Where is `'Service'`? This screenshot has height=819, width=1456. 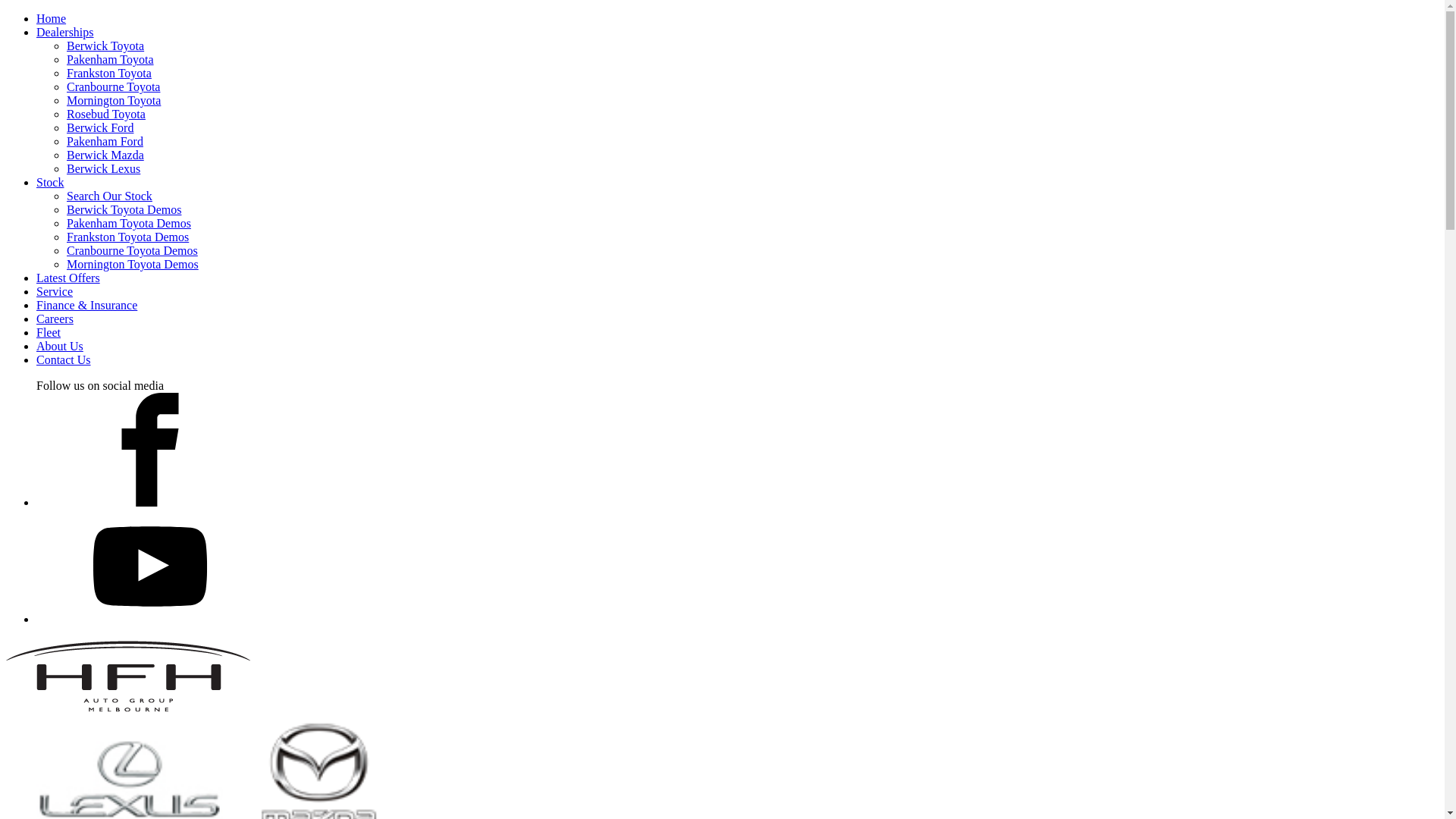 'Service' is located at coordinates (55, 291).